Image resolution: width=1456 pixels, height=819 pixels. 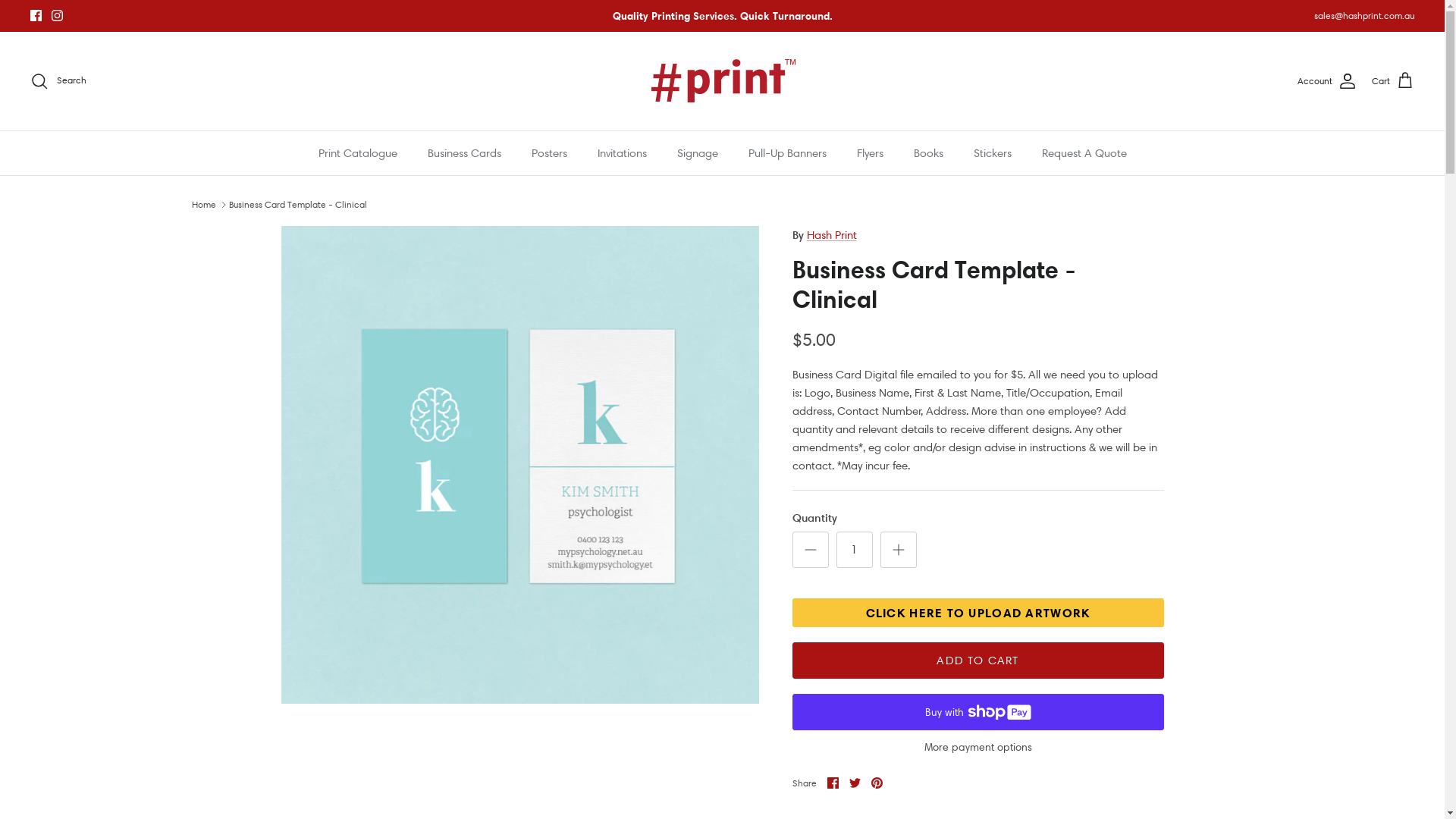 What do you see at coordinates (1326, 81) in the screenshot?
I see `'Account'` at bounding box center [1326, 81].